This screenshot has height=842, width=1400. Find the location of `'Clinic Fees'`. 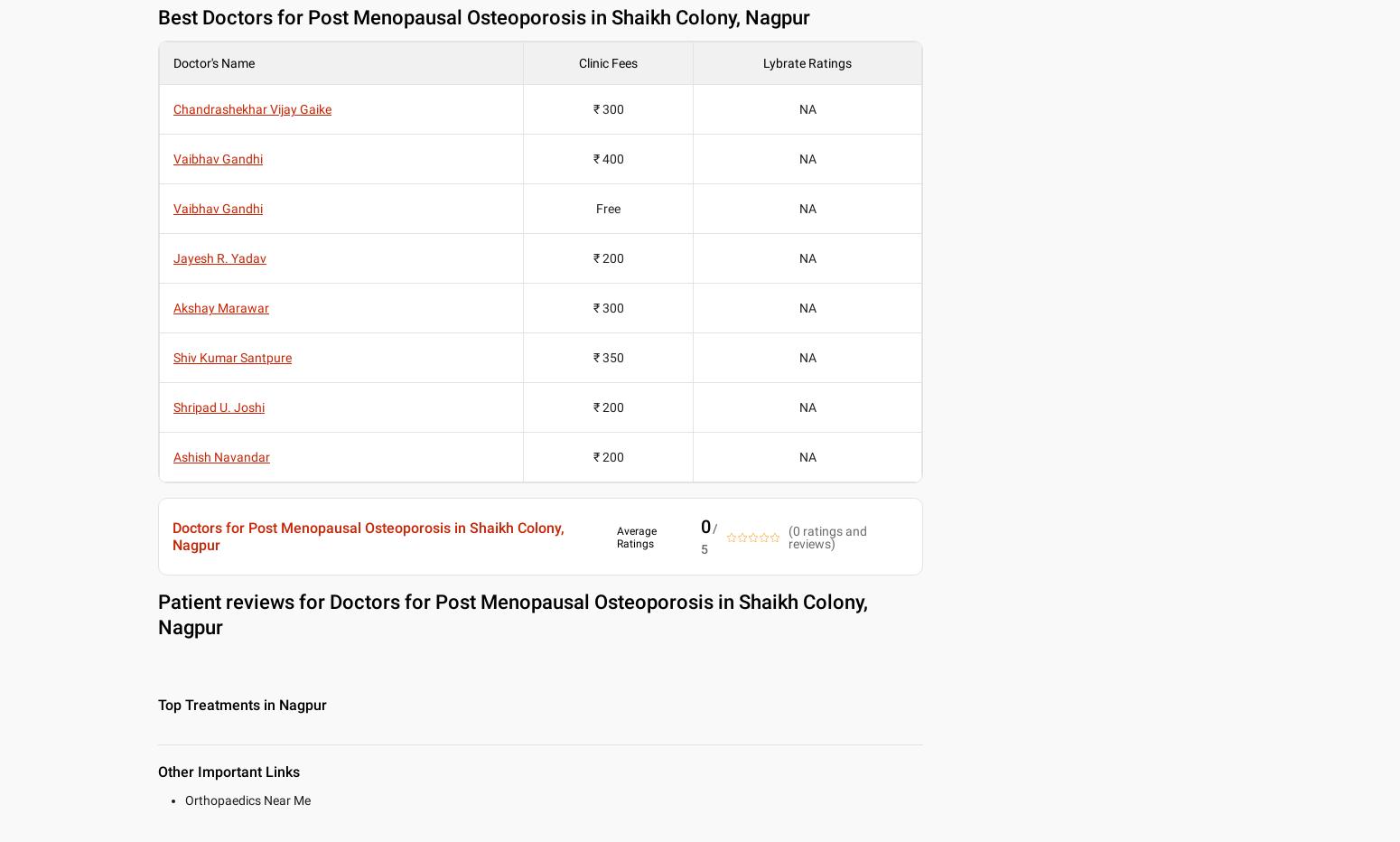

'Clinic Fees' is located at coordinates (607, 62).